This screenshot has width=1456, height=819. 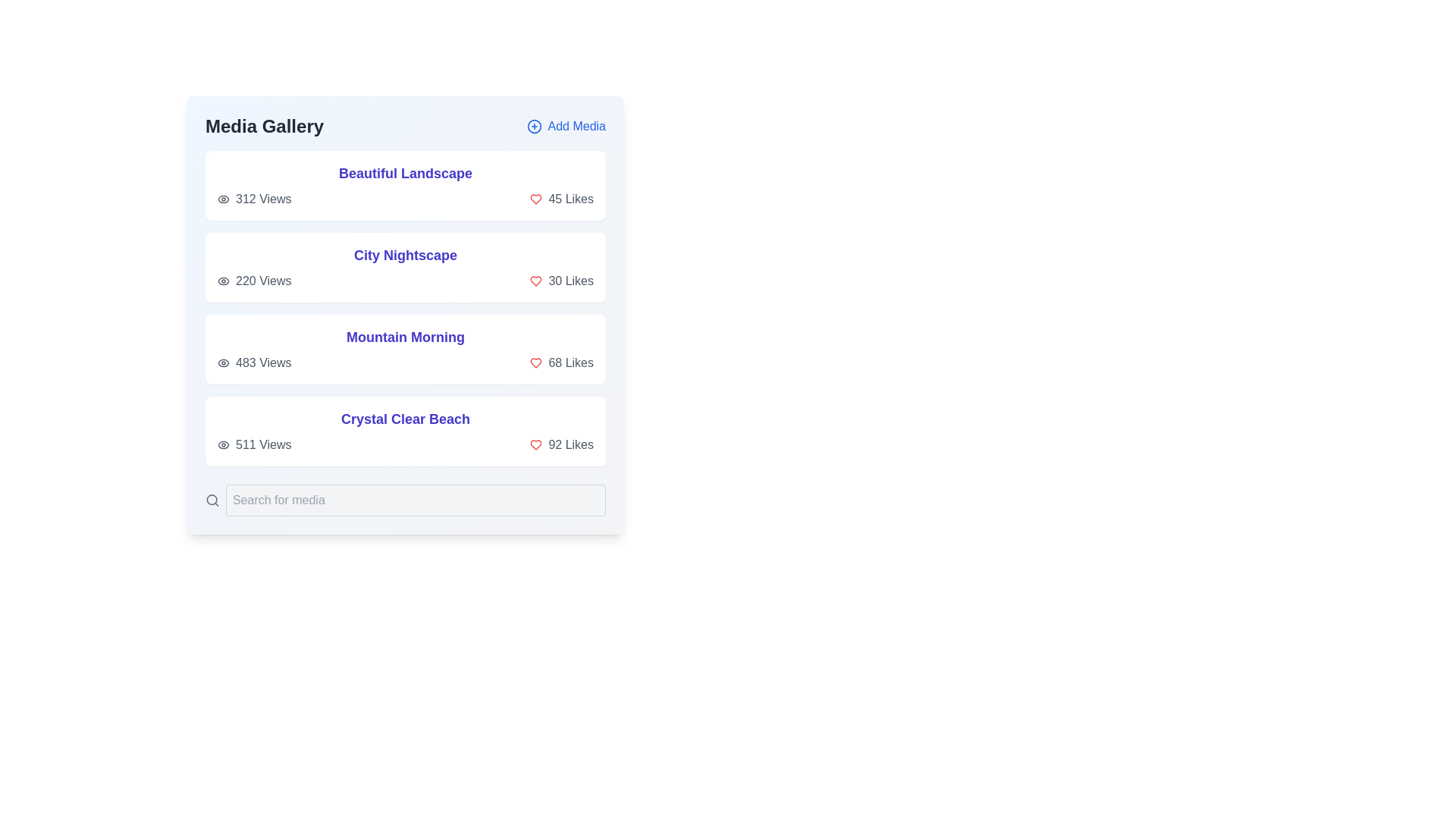 What do you see at coordinates (405, 419) in the screenshot?
I see `the title of the media item Crystal Clear Beach` at bounding box center [405, 419].